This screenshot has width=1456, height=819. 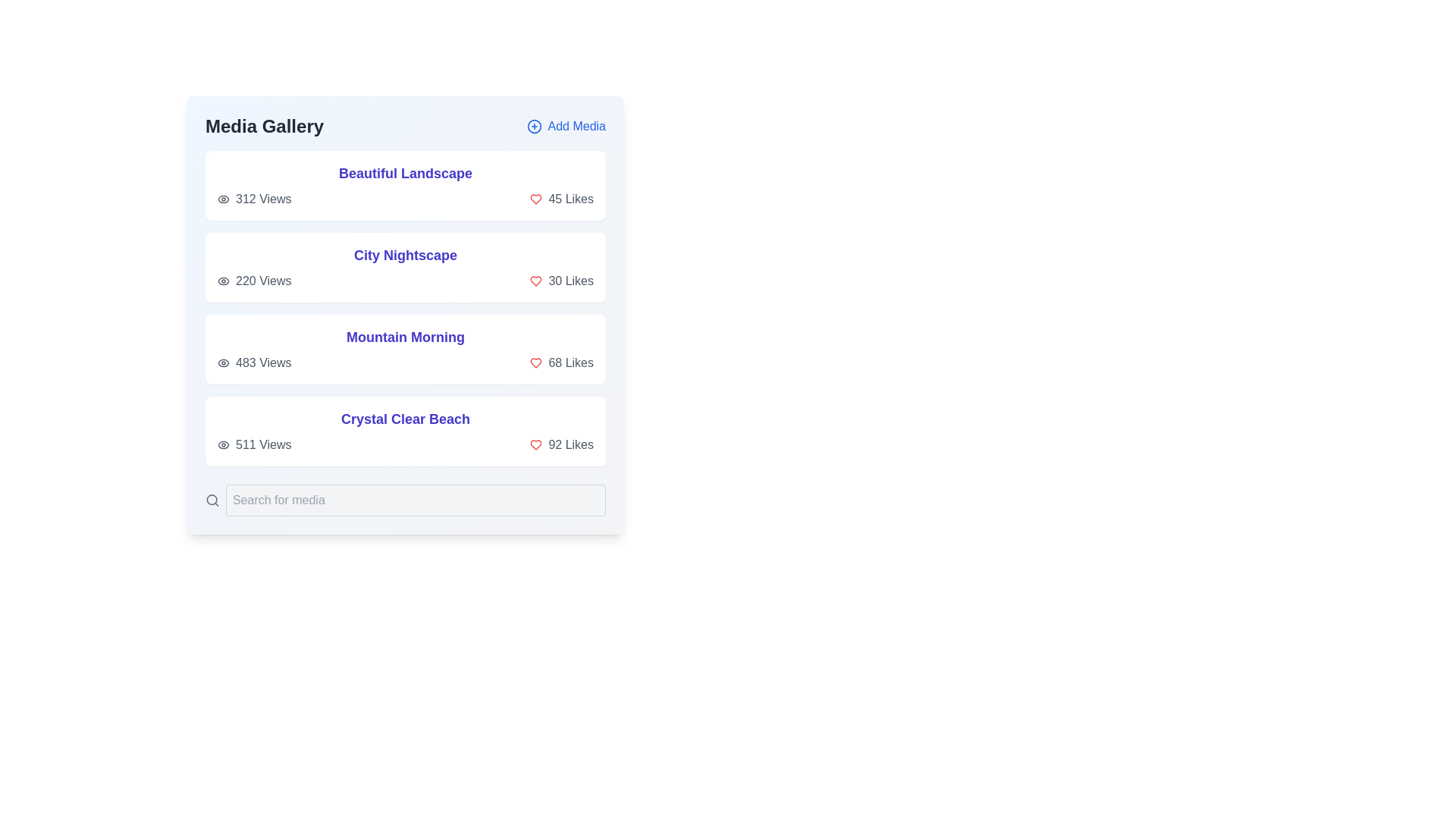 What do you see at coordinates (405, 419) in the screenshot?
I see `the title of the media item Crystal Clear Beach` at bounding box center [405, 419].